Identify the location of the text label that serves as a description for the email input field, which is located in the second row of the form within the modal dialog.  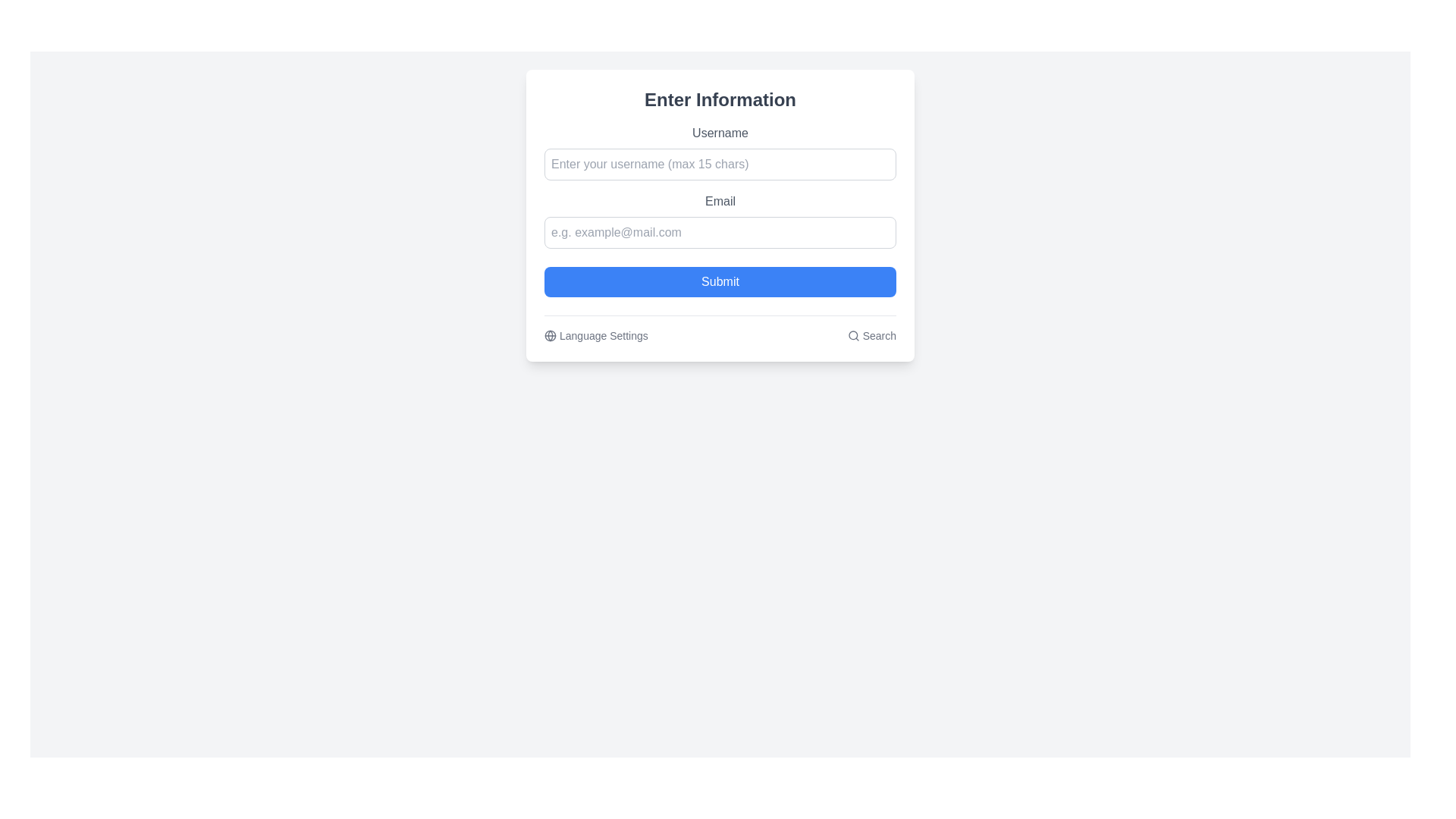
(720, 201).